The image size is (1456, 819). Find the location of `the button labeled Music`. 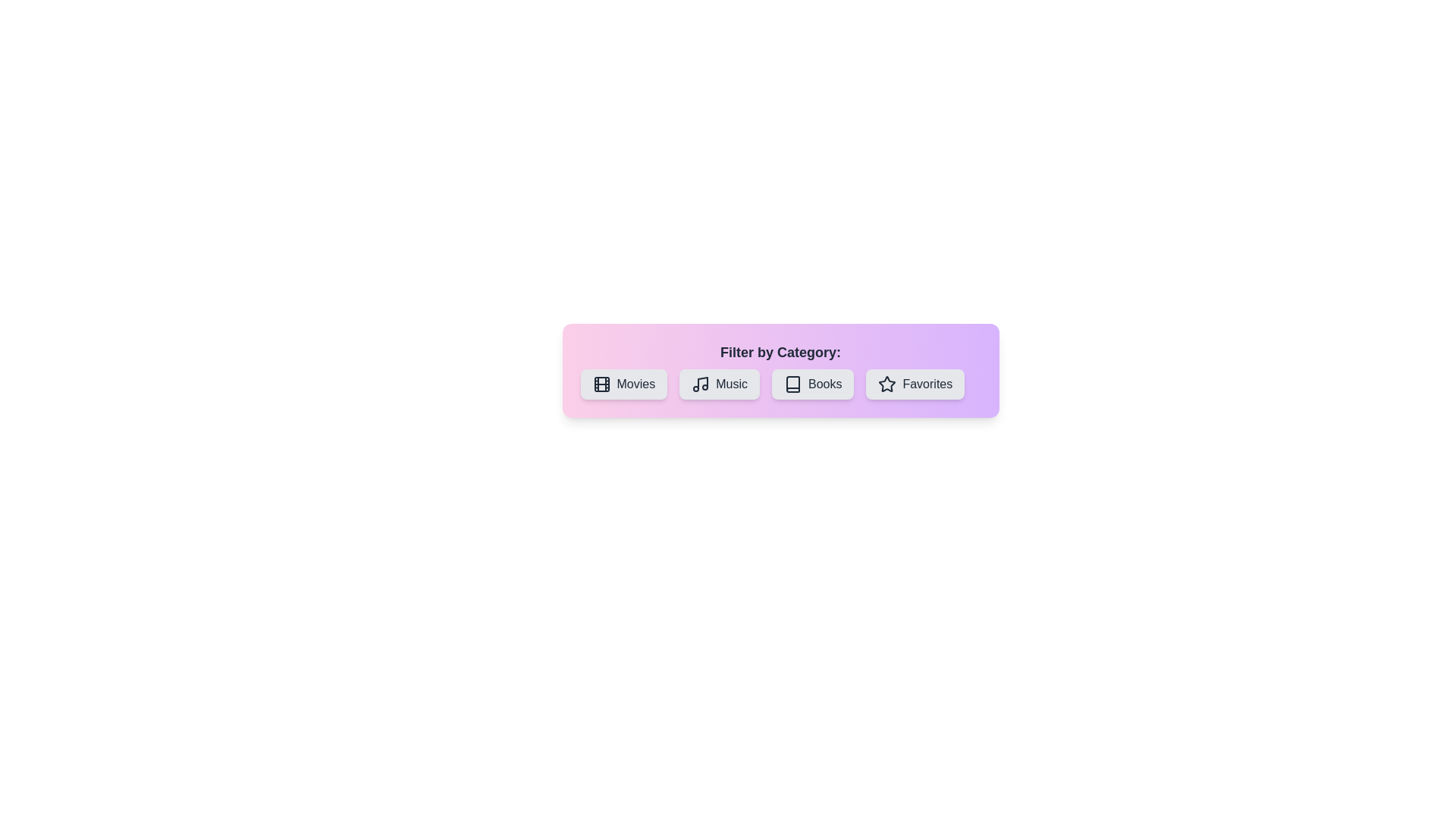

the button labeled Music is located at coordinates (719, 383).